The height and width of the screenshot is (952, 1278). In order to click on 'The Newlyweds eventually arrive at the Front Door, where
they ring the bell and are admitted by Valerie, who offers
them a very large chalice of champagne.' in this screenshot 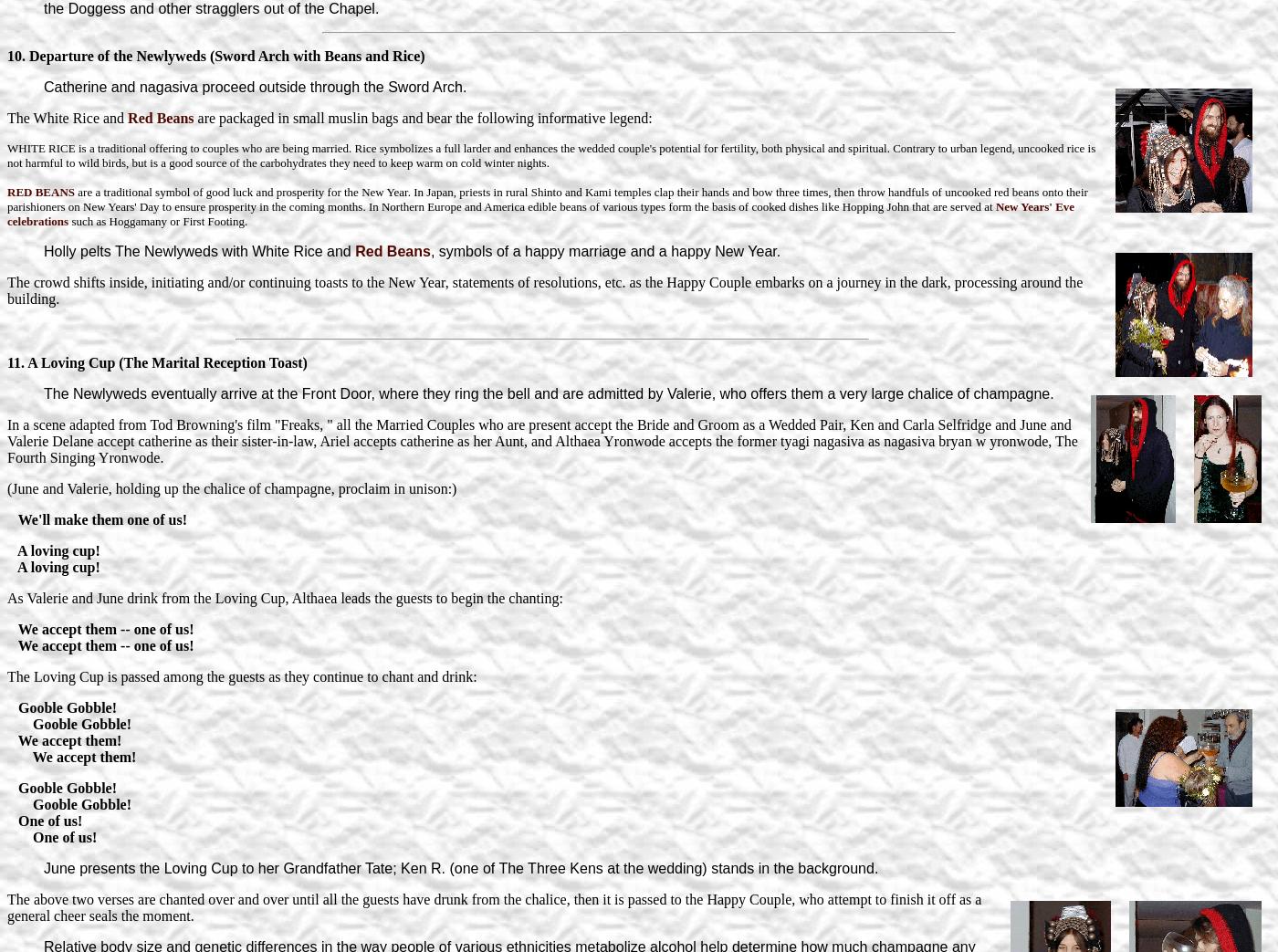, I will do `click(549, 392)`.